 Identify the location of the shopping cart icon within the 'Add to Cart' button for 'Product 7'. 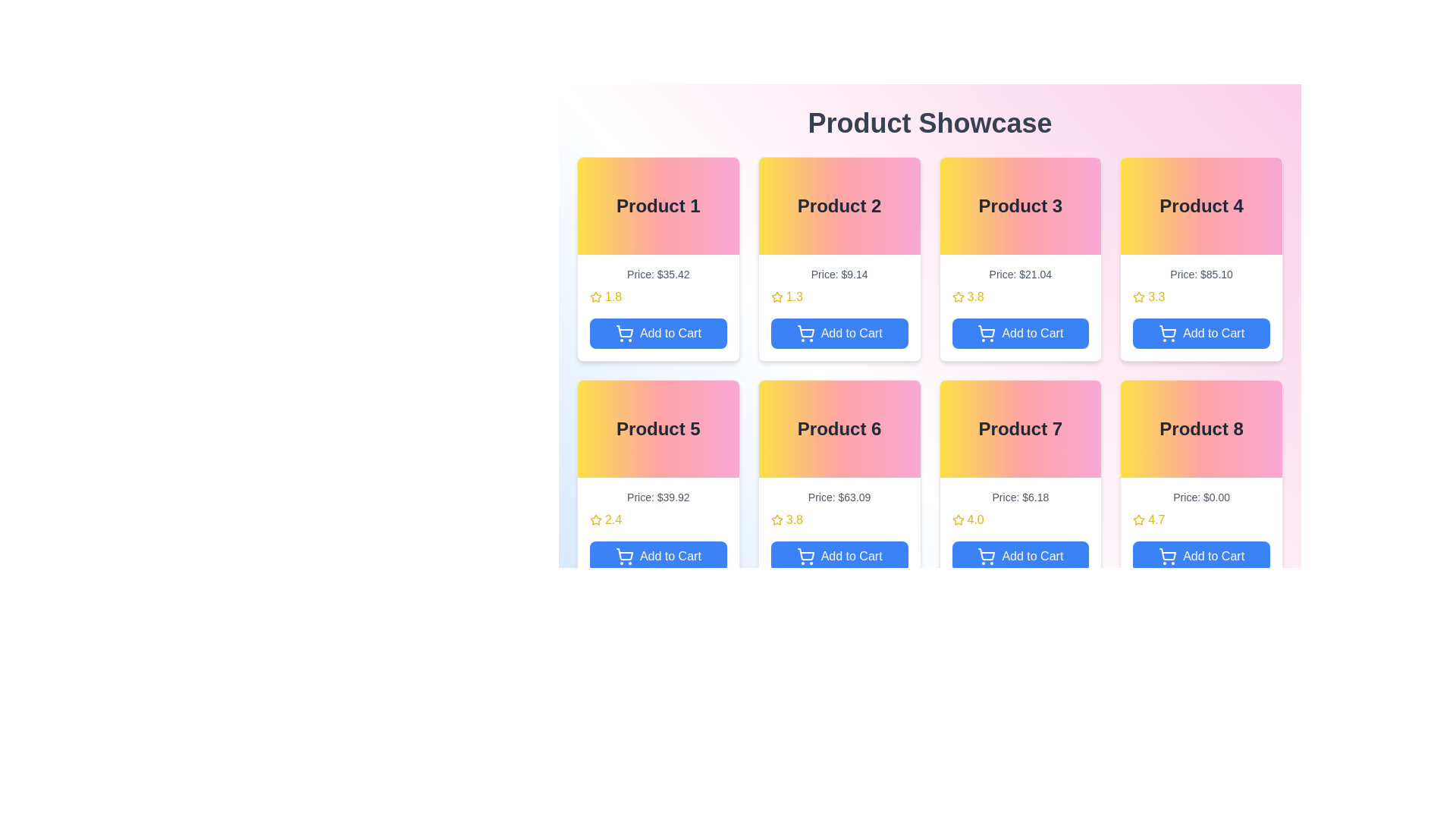
(987, 556).